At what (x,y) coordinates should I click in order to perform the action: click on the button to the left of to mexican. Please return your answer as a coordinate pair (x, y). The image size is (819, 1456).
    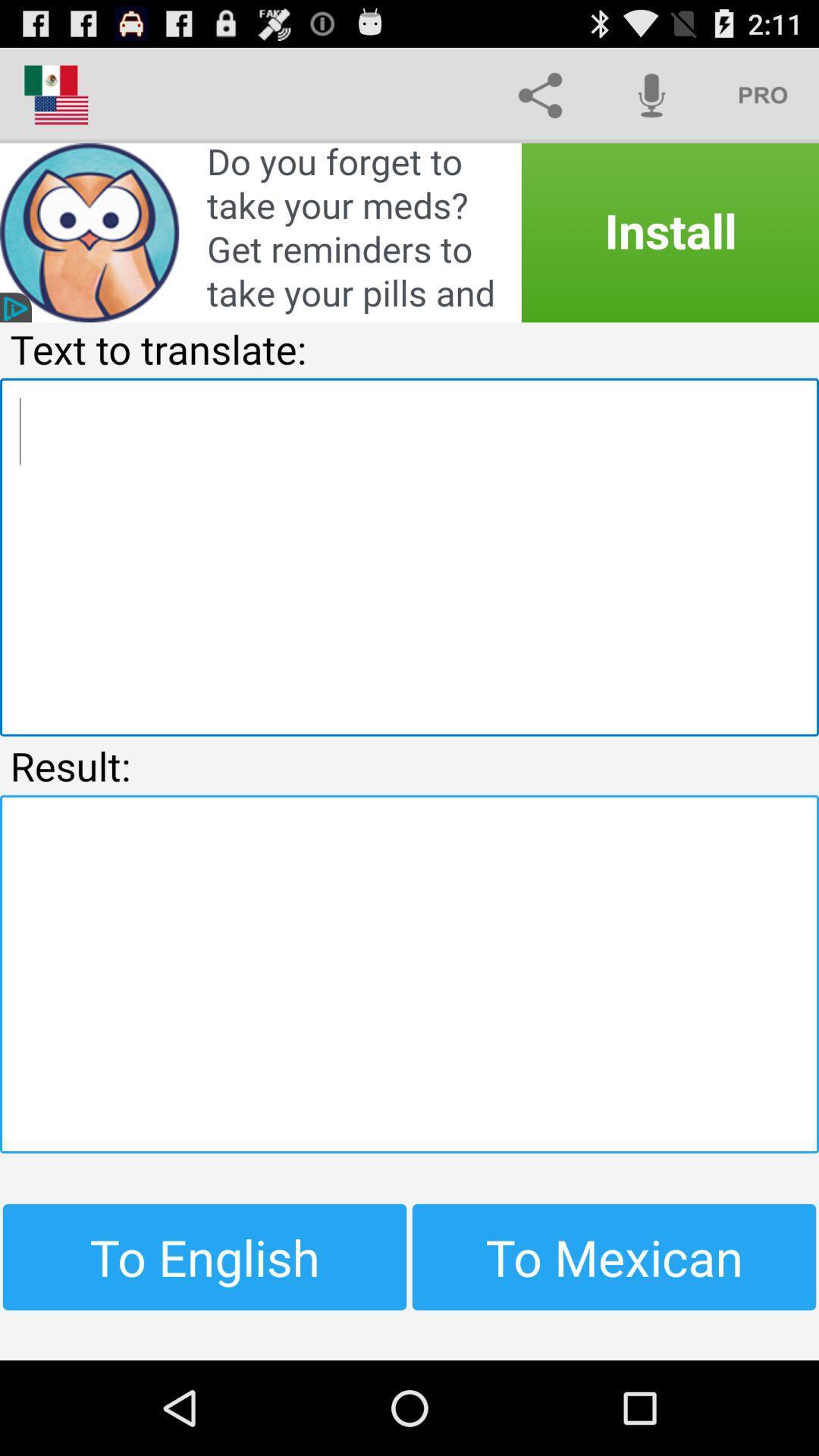
    Looking at the image, I should click on (205, 1257).